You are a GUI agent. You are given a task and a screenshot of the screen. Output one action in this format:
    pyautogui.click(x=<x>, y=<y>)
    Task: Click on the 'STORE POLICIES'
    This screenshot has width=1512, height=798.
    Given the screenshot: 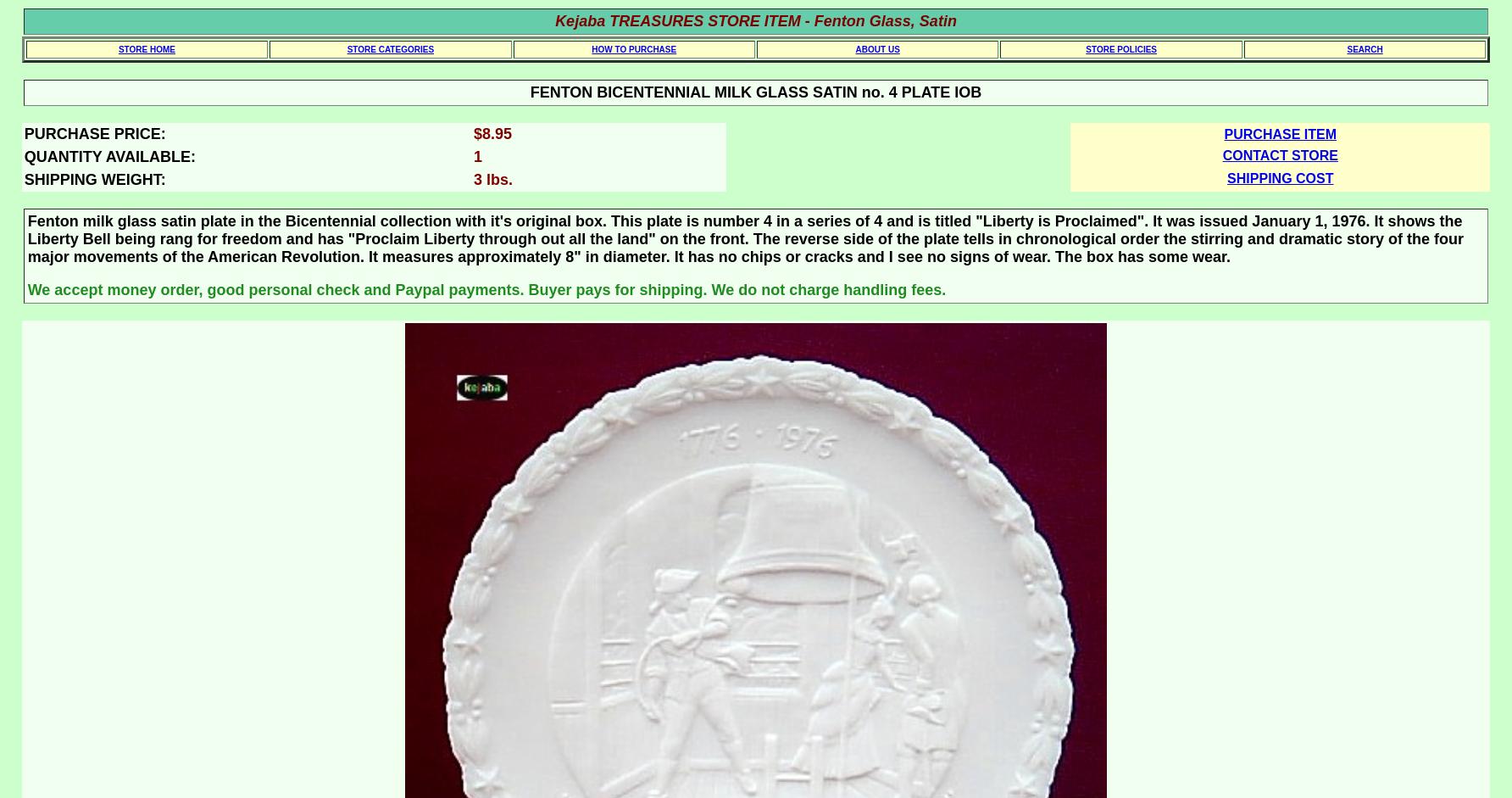 What is the action you would take?
    pyautogui.click(x=1120, y=48)
    